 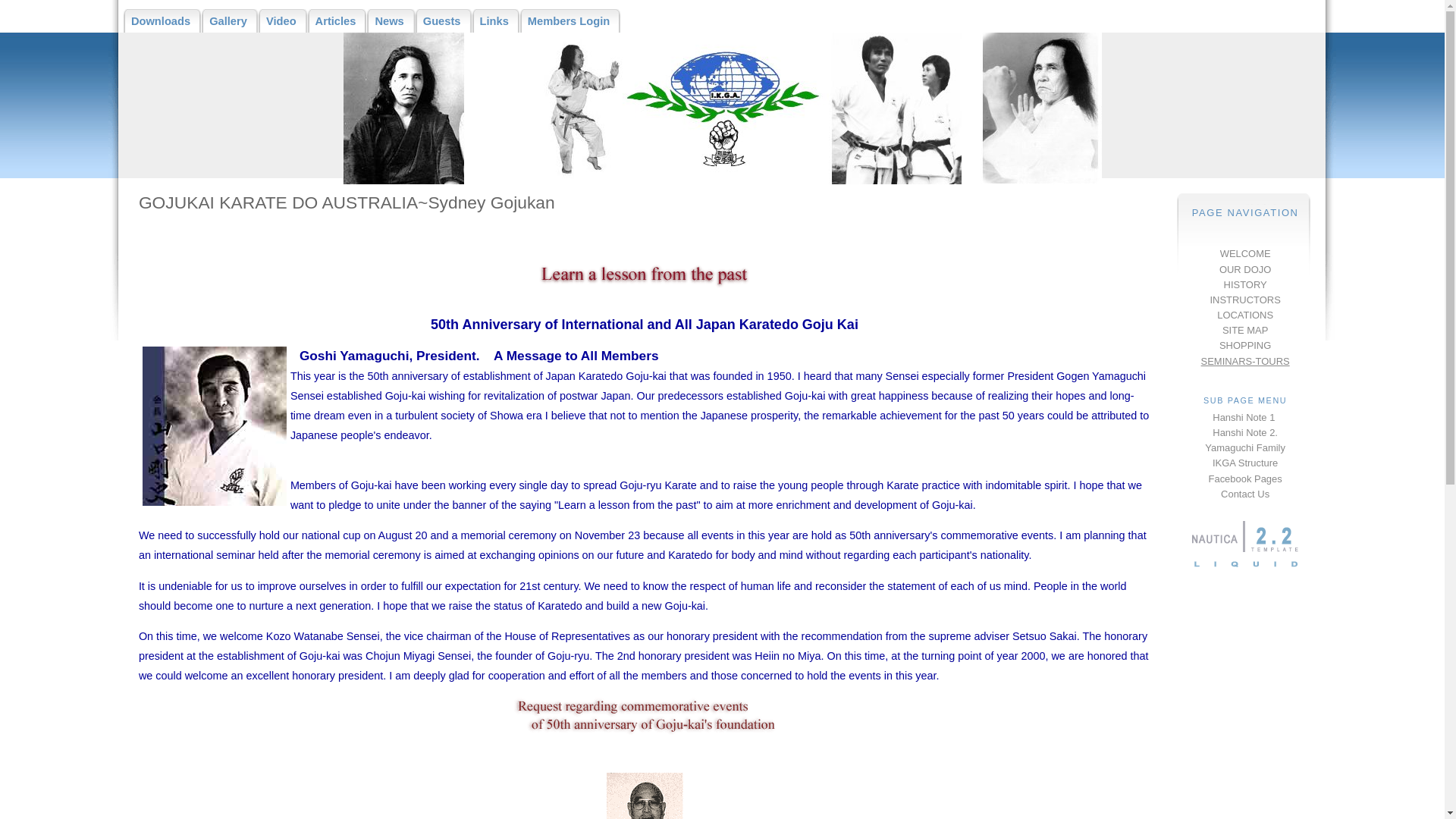 What do you see at coordinates (1244, 432) in the screenshot?
I see `'Hanshi Note 2.'` at bounding box center [1244, 432].